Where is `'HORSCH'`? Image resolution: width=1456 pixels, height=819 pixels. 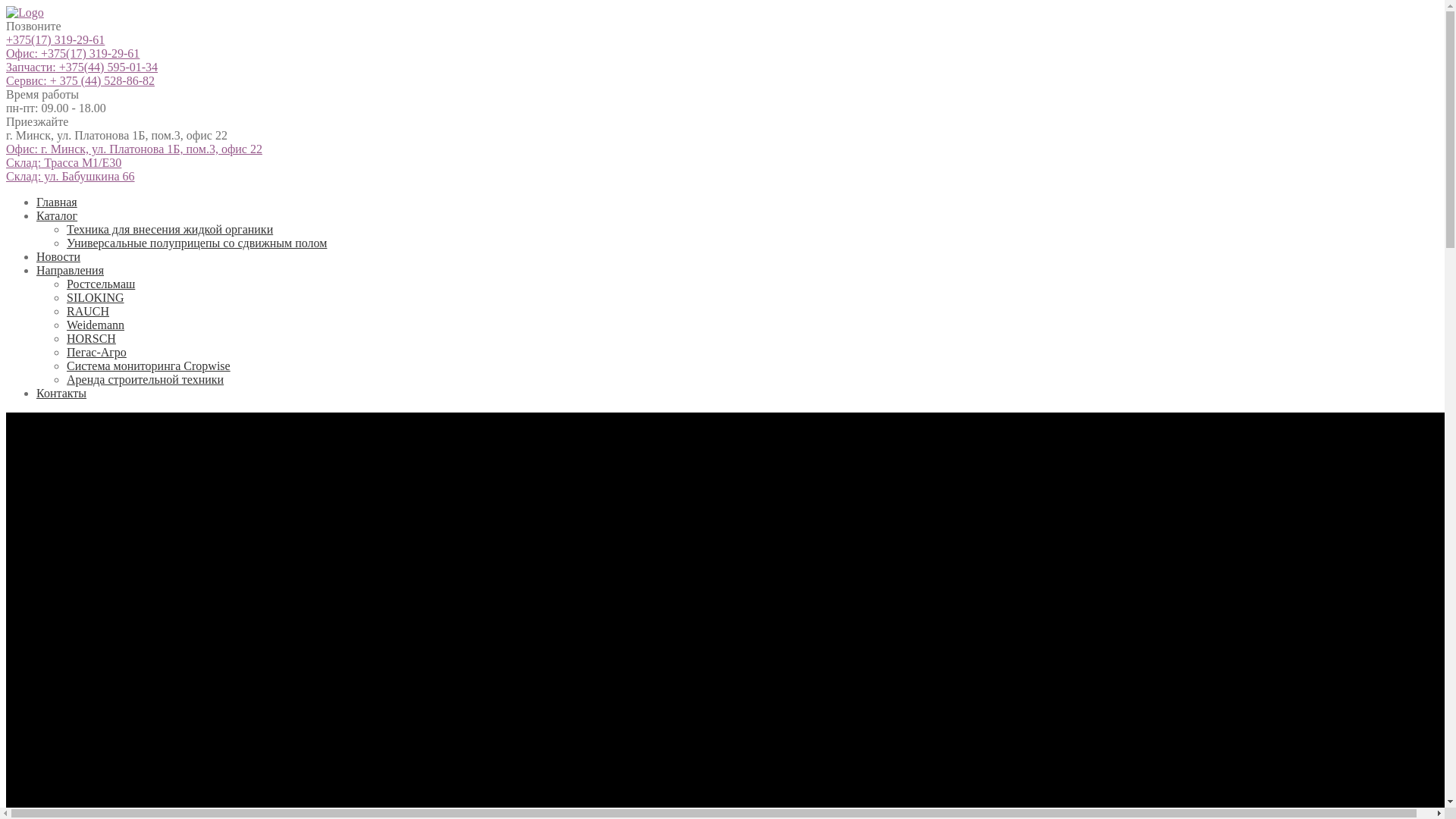 'HORSCH' is located at coordinates (90, 337).